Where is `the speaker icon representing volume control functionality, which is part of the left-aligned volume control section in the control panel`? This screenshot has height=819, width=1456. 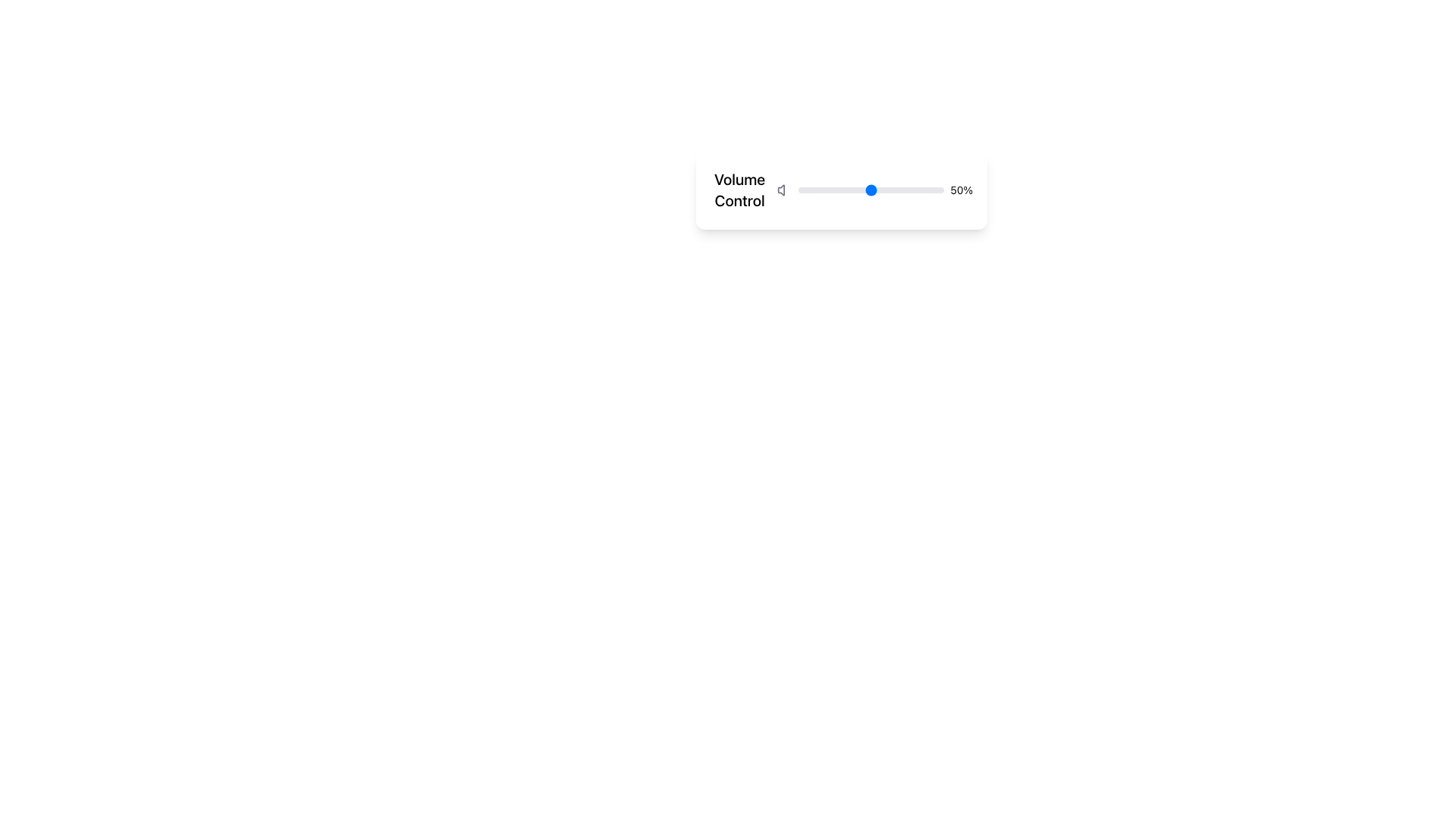
the speaker icon representing volume control functionality, which is part of the left-aligned volume control section in the control panel is located at coordinates (781, 189).